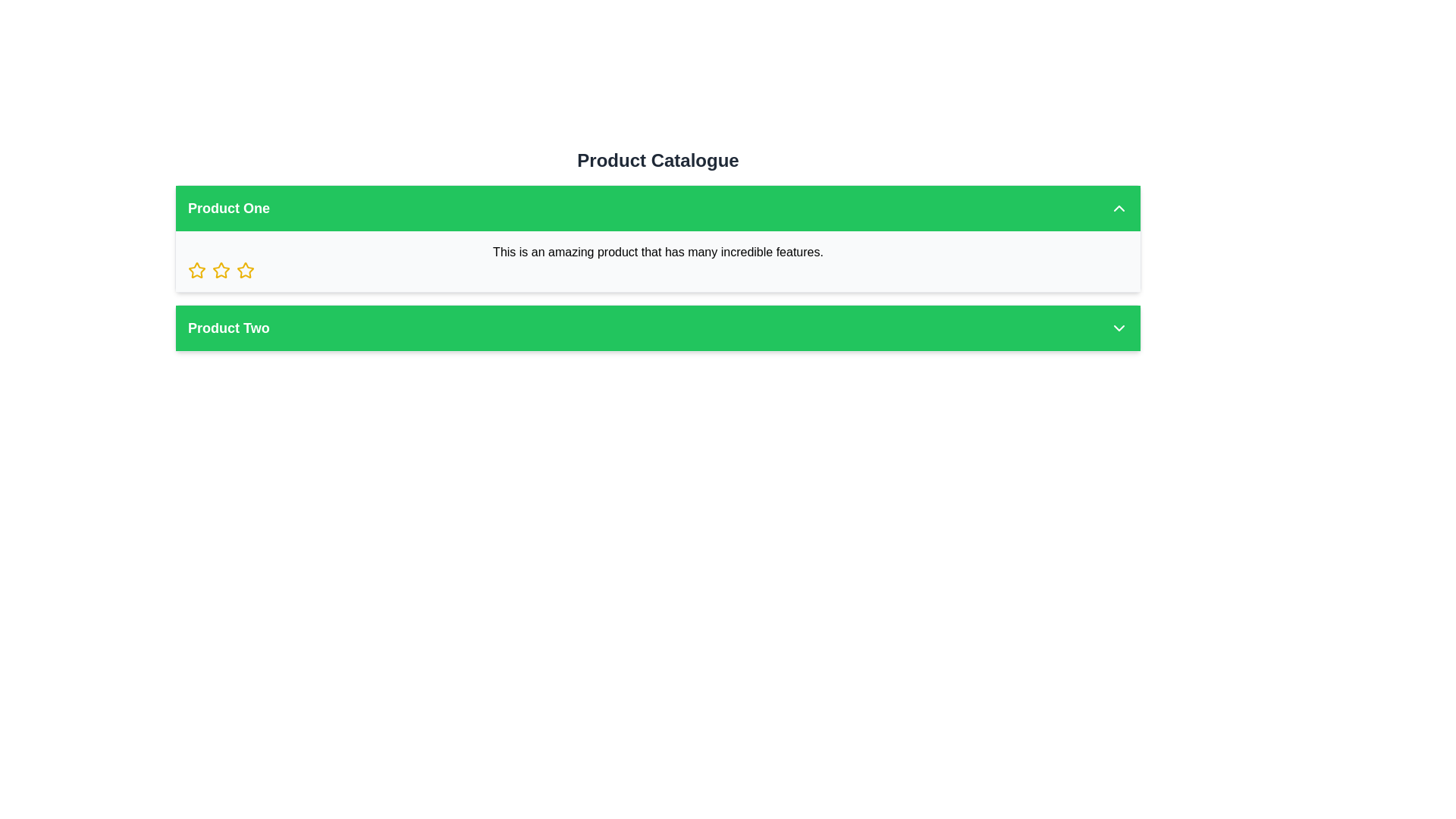 This screenshot has height=819, width=1456. Describe the element at coordinates (658, 260) in the screenshot. I see `text content block displaying 'This is an amazing product that has many incredible features.' located beneath the header 'Product One'` at that location.